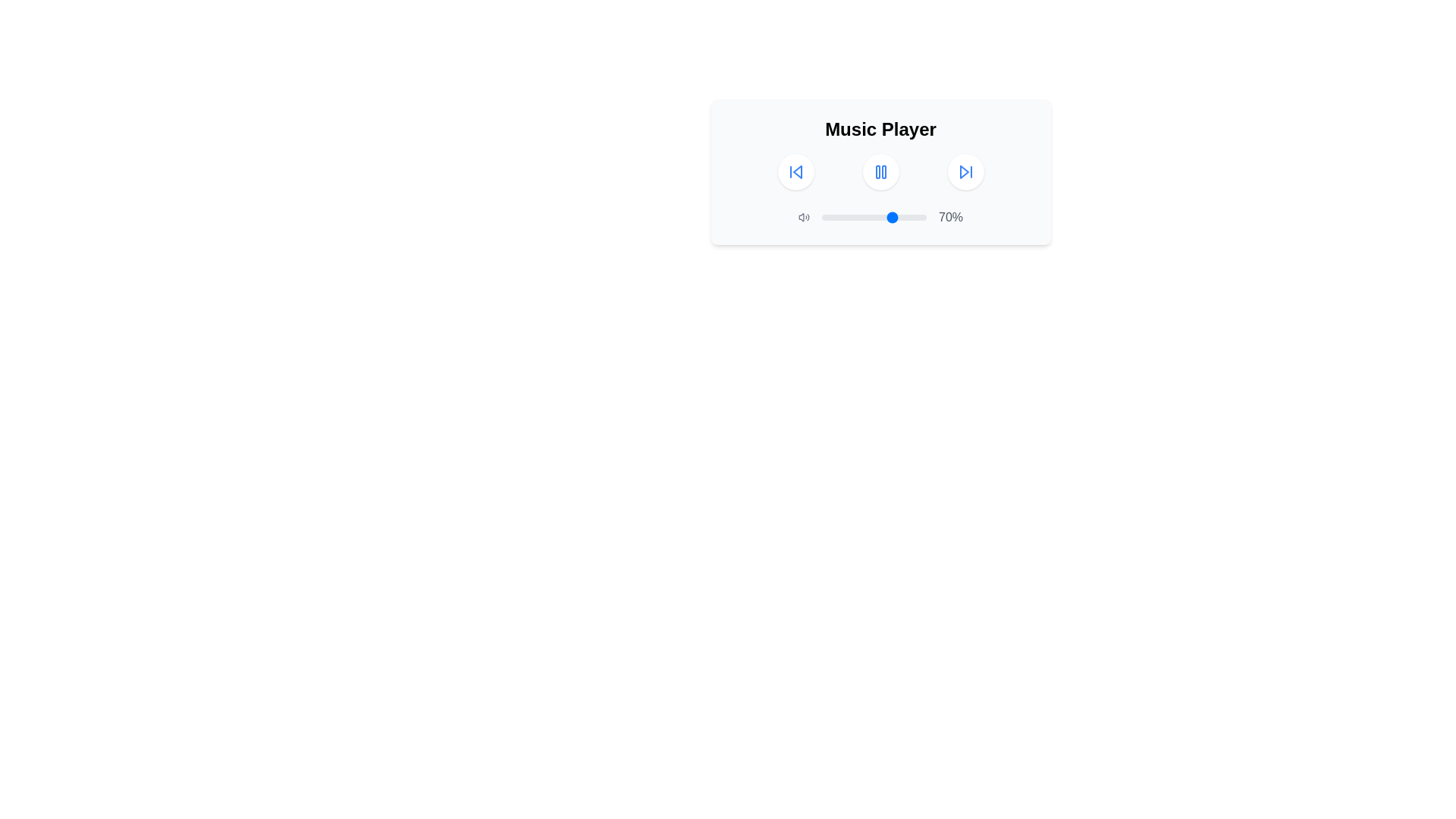  What do you see at coordinates (877, 171) in the screenshot?
I see `the left vertical bar of the pause icon on the media player's control pane, which is a rounded rectangle styled as a pause button` at bounding box center [877, 171].